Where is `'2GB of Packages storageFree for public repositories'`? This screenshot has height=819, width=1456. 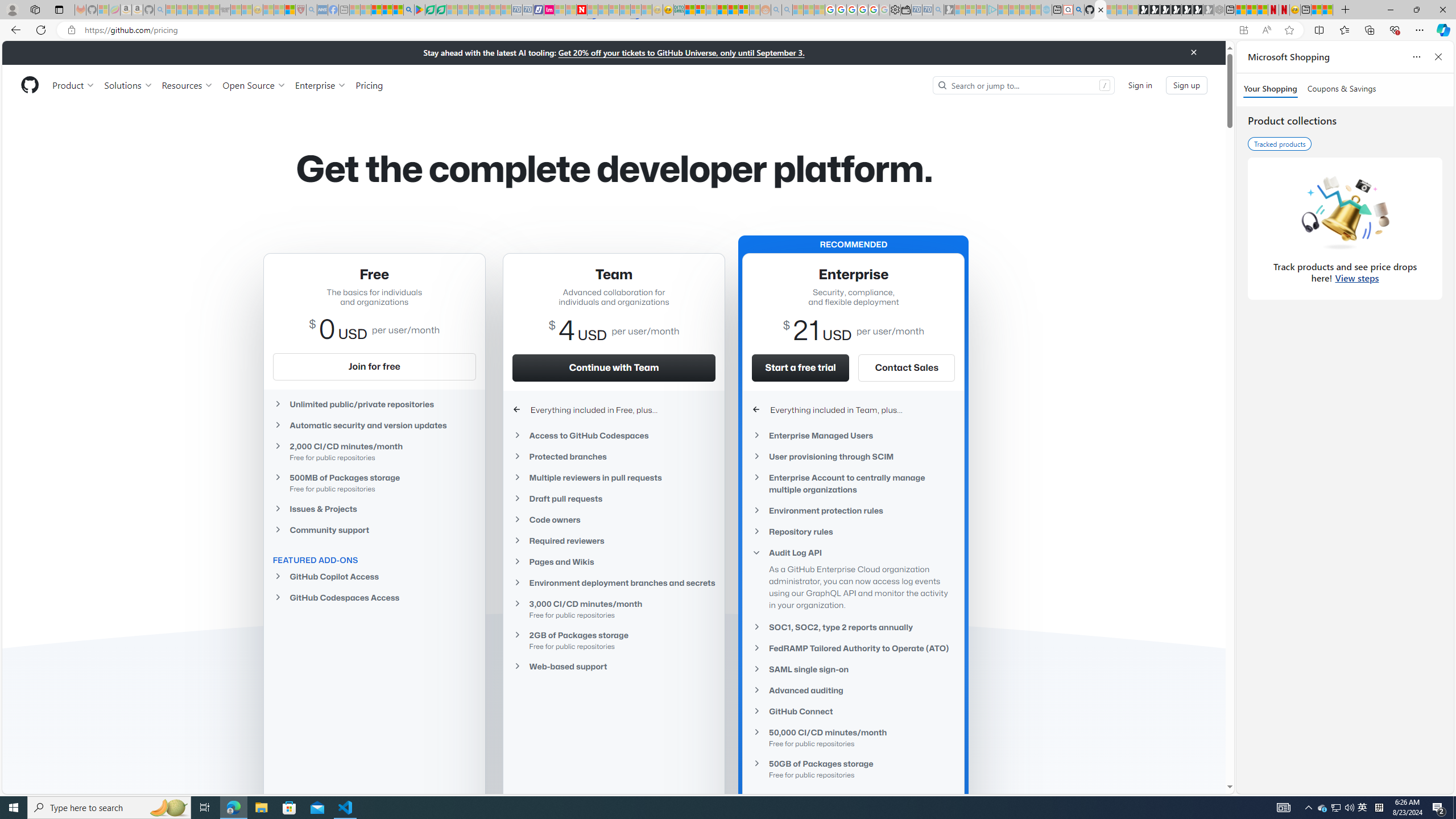
'2GB of Packages storageFree for public repositories' is located at coordinates (614, 640).